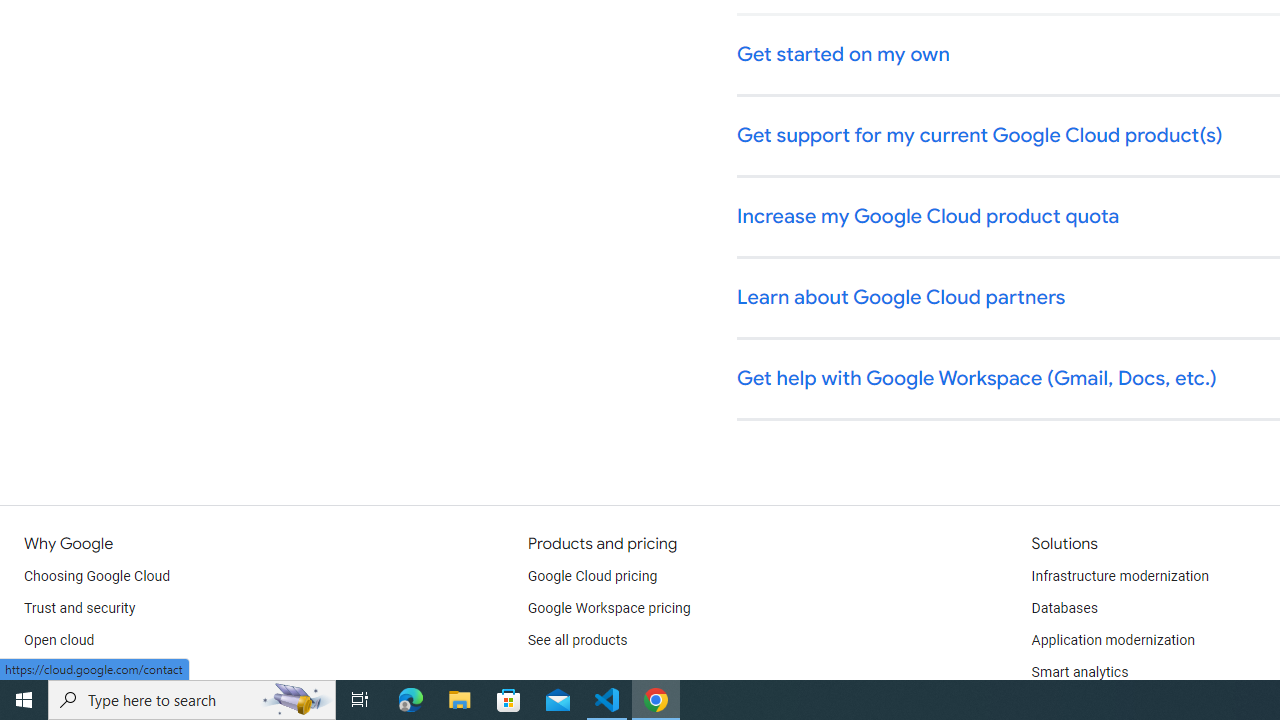 The image size is (1280, 720). What do you see at coordinates (1078, 672) in the screenshot?
I see `'Smart analytics'` at bounding box center [1078, 672].